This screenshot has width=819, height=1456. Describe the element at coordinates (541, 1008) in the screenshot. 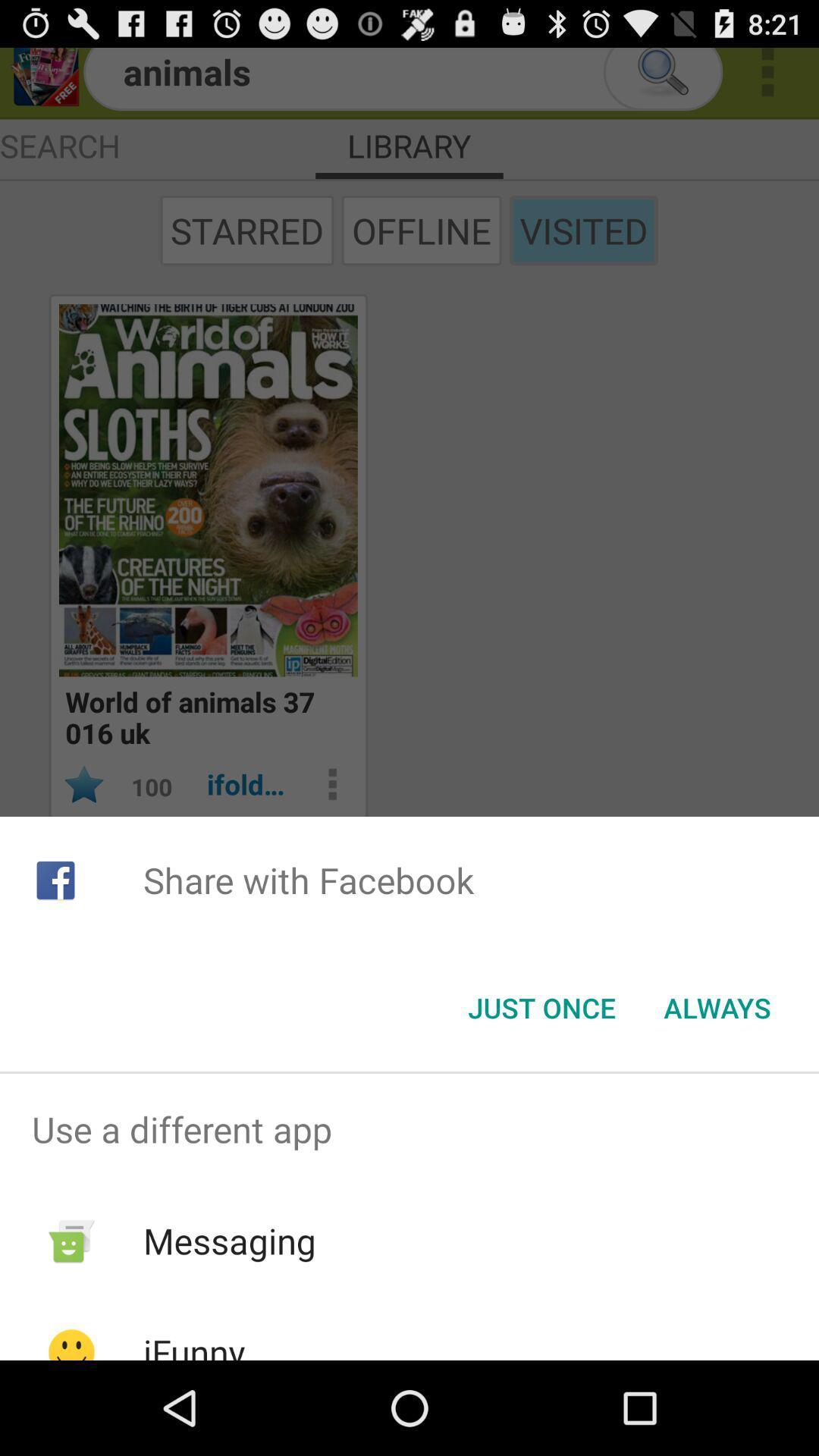

I see `the item below the share with facebook` at that location.